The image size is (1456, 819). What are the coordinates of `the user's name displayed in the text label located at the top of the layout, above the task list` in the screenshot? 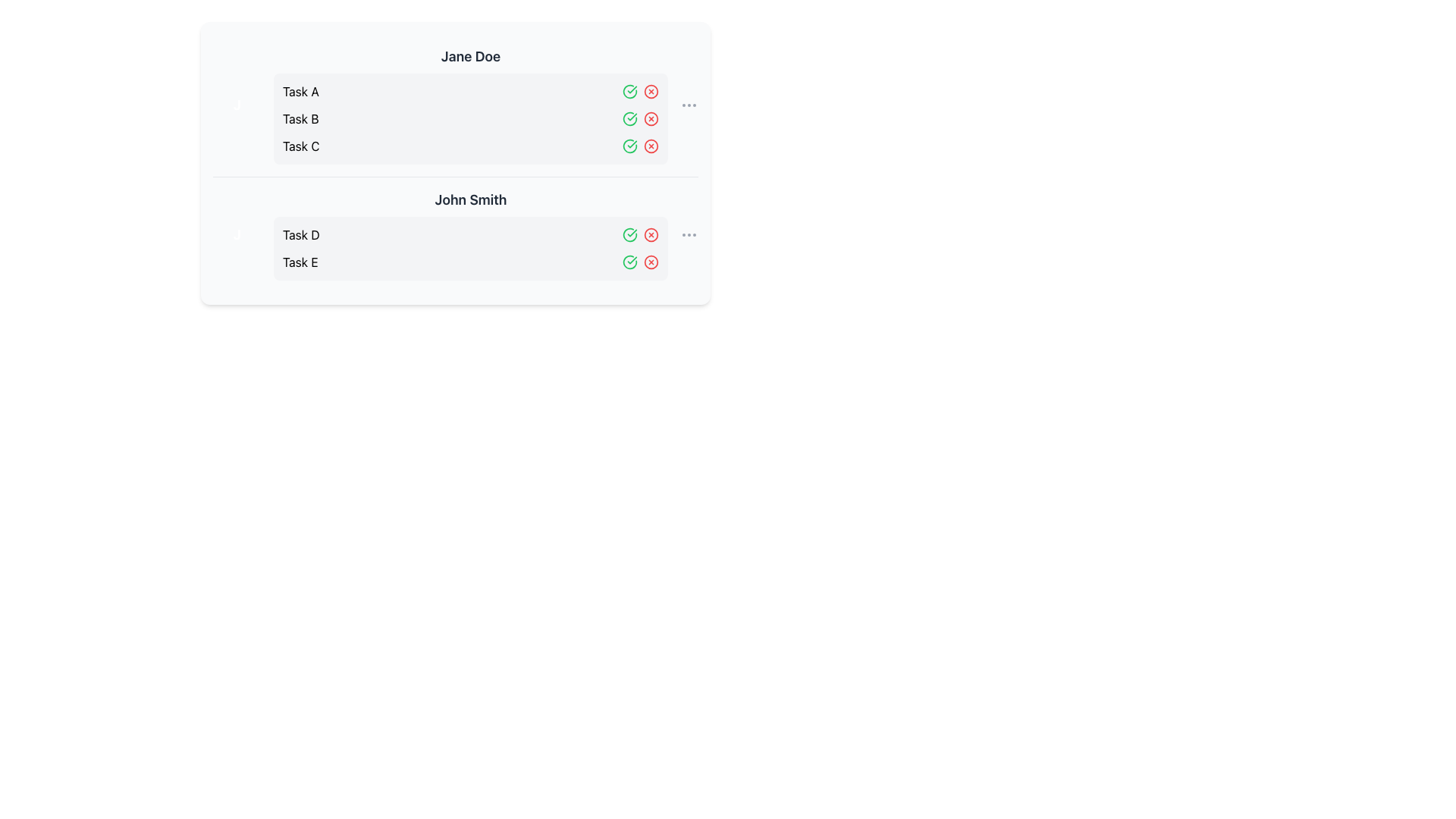 It's located at (469, 55).